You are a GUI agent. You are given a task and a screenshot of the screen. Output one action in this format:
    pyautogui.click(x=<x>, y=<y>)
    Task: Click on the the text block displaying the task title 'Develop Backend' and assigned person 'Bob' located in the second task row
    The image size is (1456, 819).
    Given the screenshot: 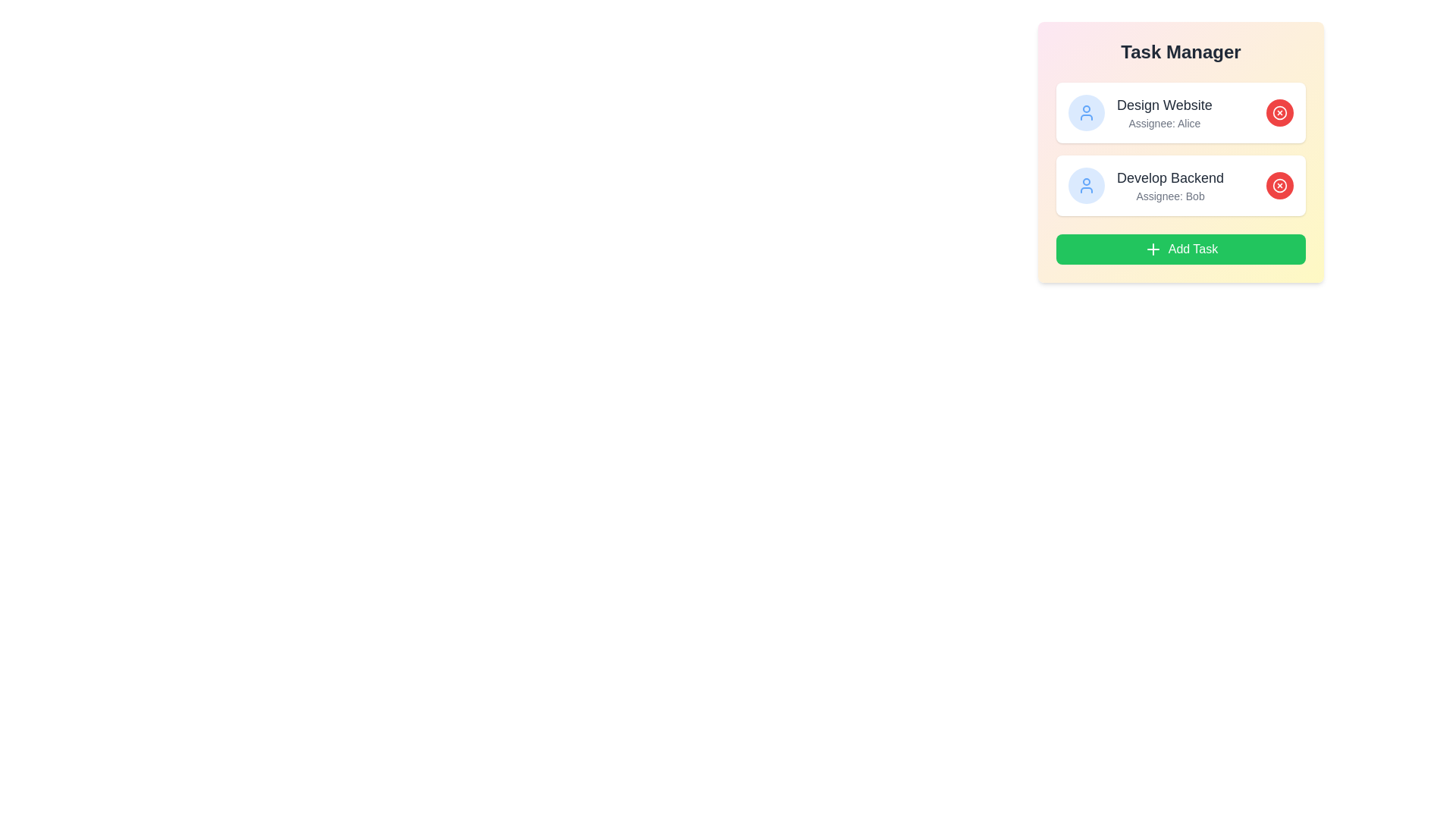 What is the action you would take?
    pyautogui.click(x=1169, y=185)
    